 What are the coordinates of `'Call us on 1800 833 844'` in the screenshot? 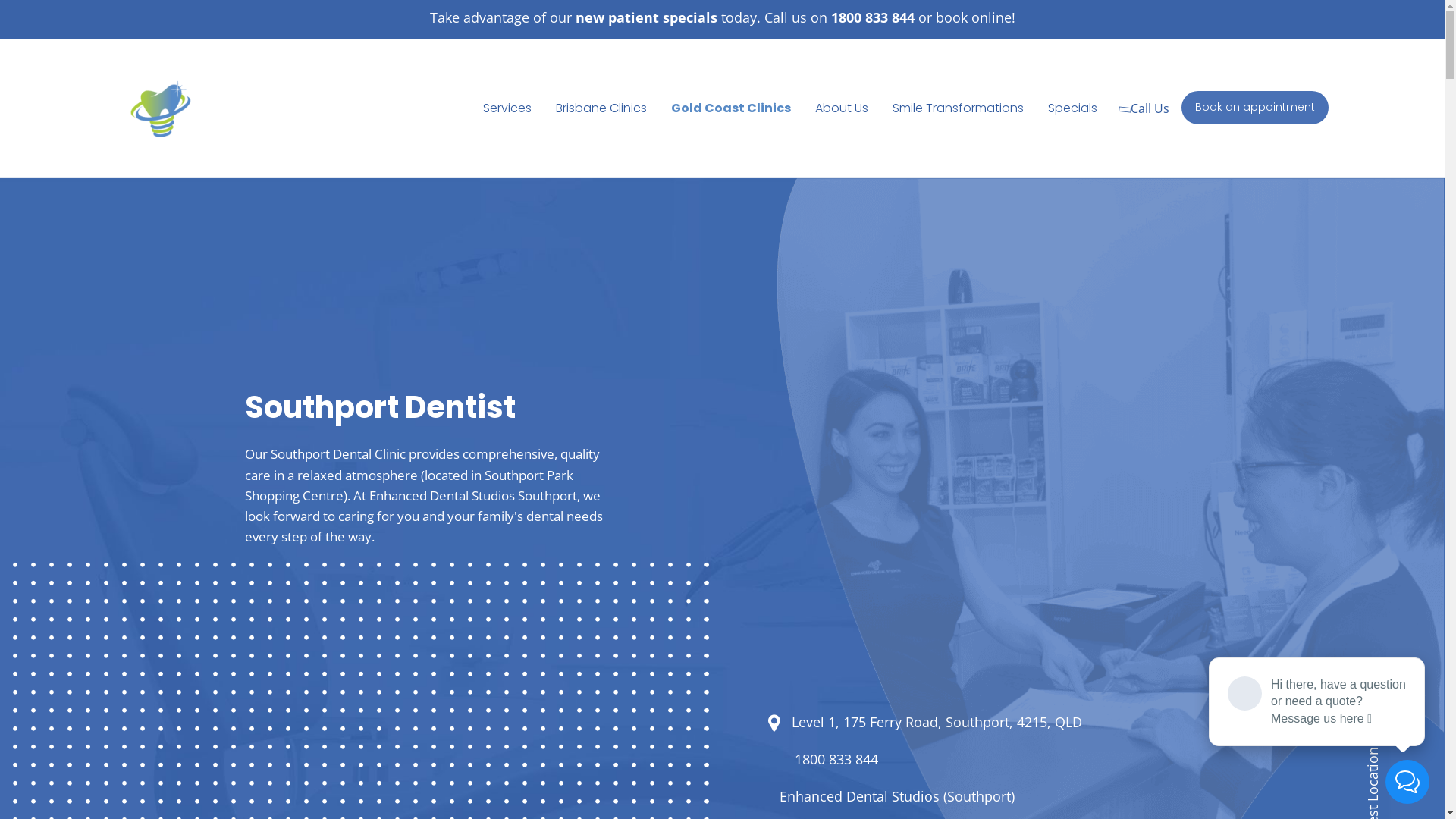 It's located at (760, 17).